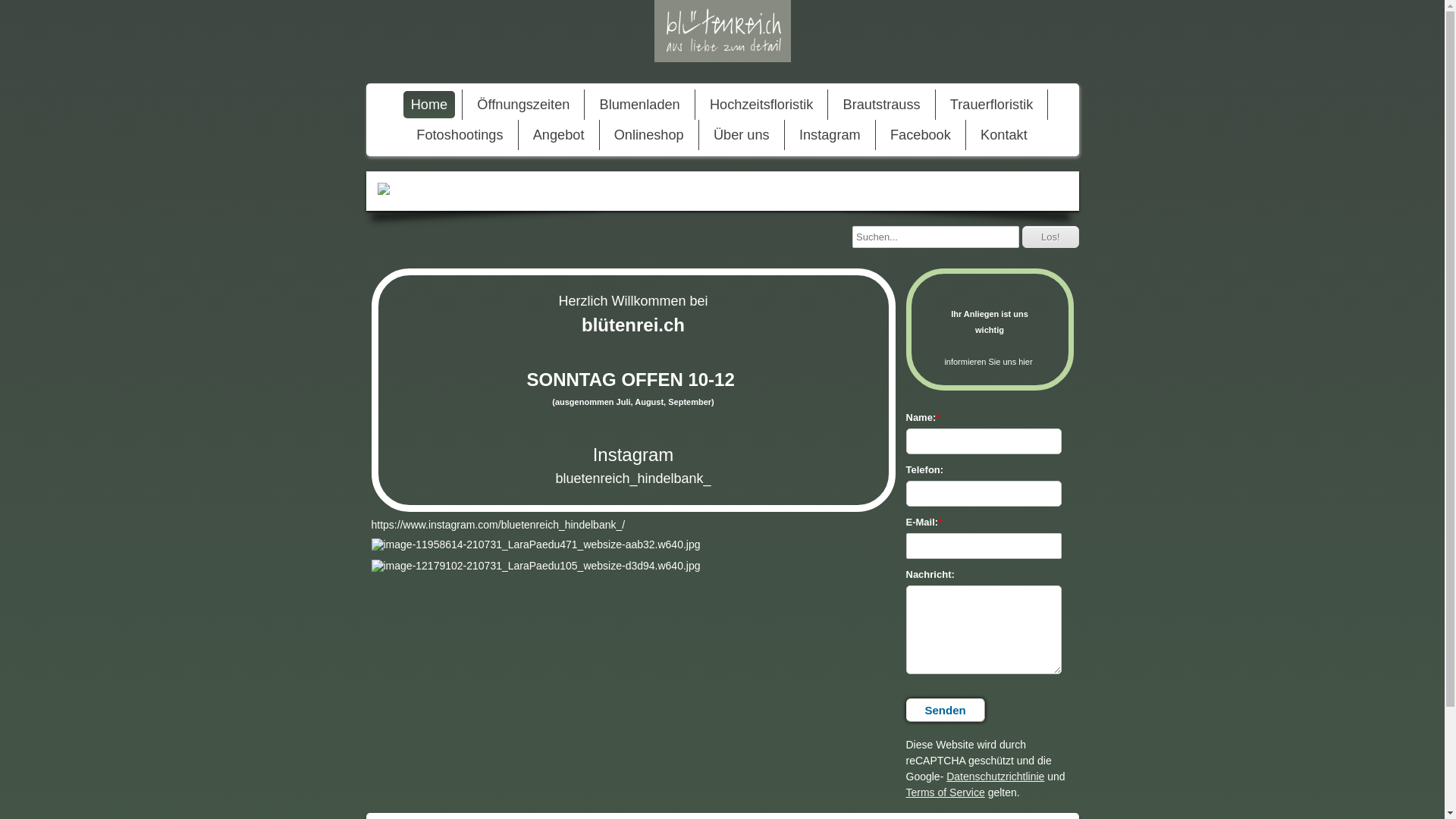 This screenshot has height=819, width=1456. Describe the element at coordinates (991, 104) in the screenshot. I see `'Trauerfloristik'` at that location.